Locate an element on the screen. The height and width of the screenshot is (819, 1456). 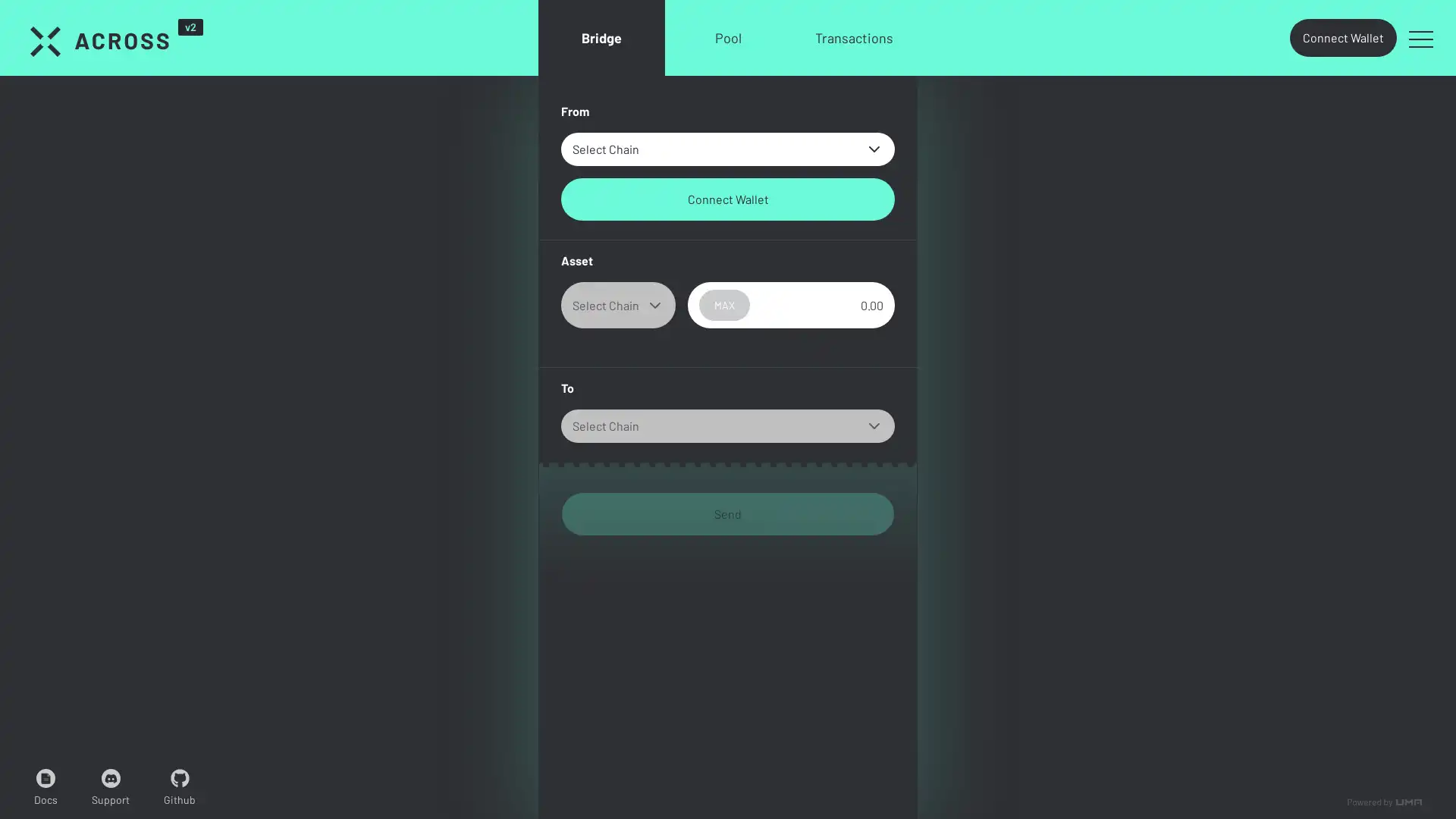
Connect Wallet is located at coordinates (728, 198).